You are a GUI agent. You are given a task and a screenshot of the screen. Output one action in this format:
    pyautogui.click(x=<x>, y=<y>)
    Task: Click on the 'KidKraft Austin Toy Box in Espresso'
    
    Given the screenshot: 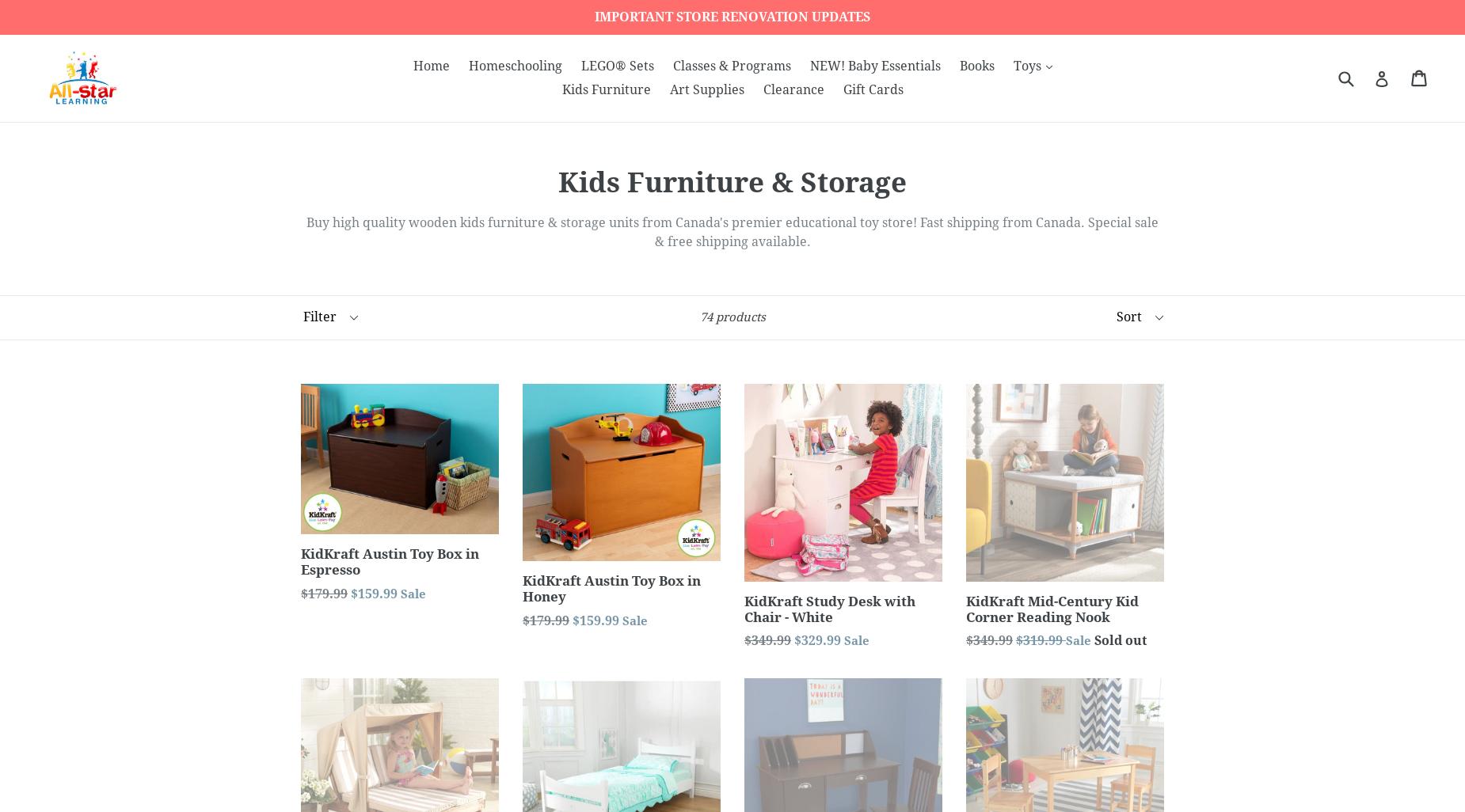 What is the action you would take?
    pyautogui.click(x=390, y=560)
    